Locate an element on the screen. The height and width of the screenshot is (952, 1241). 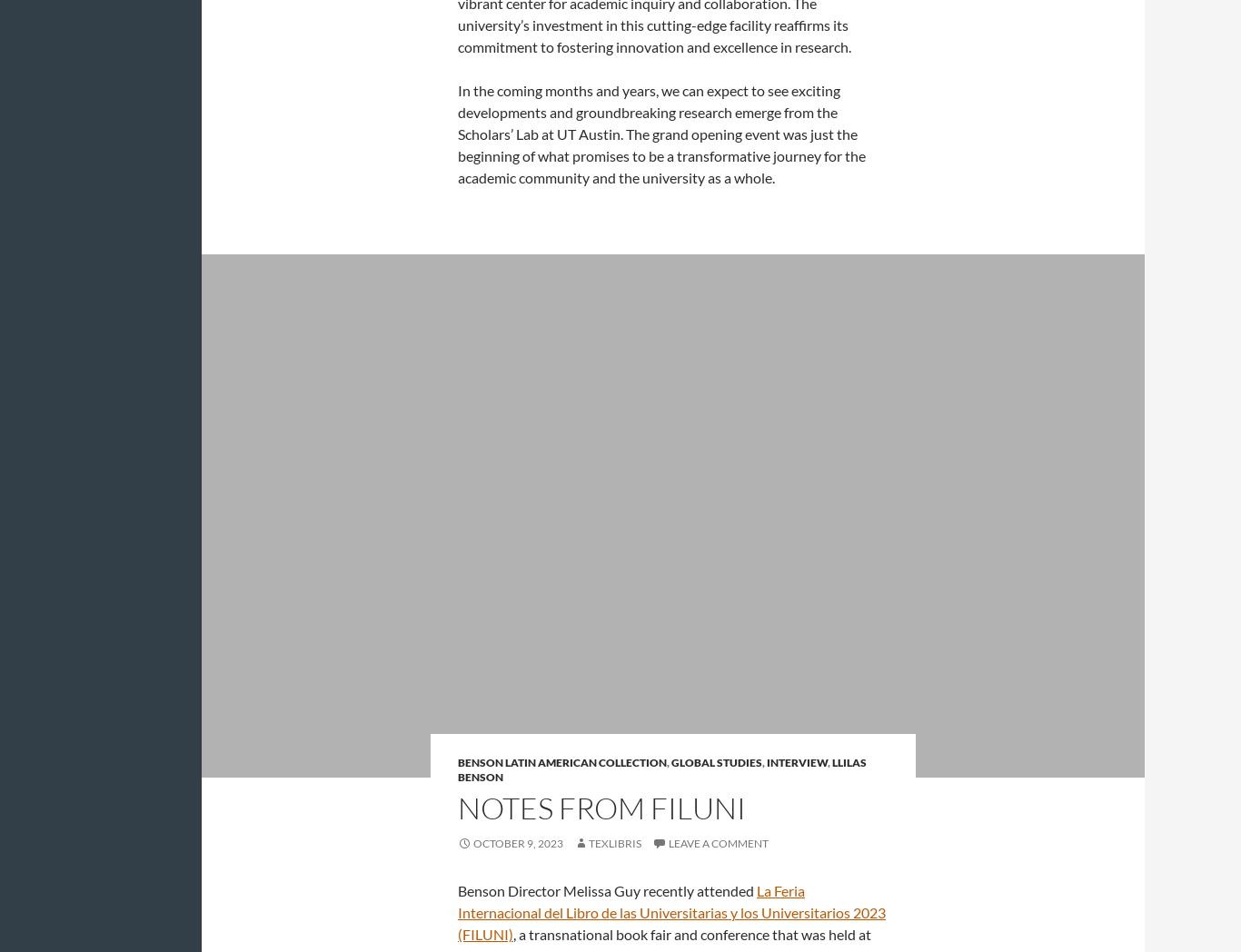
'Benson Director Melissa Guy recently attended' is located at coordinates (606, 889).